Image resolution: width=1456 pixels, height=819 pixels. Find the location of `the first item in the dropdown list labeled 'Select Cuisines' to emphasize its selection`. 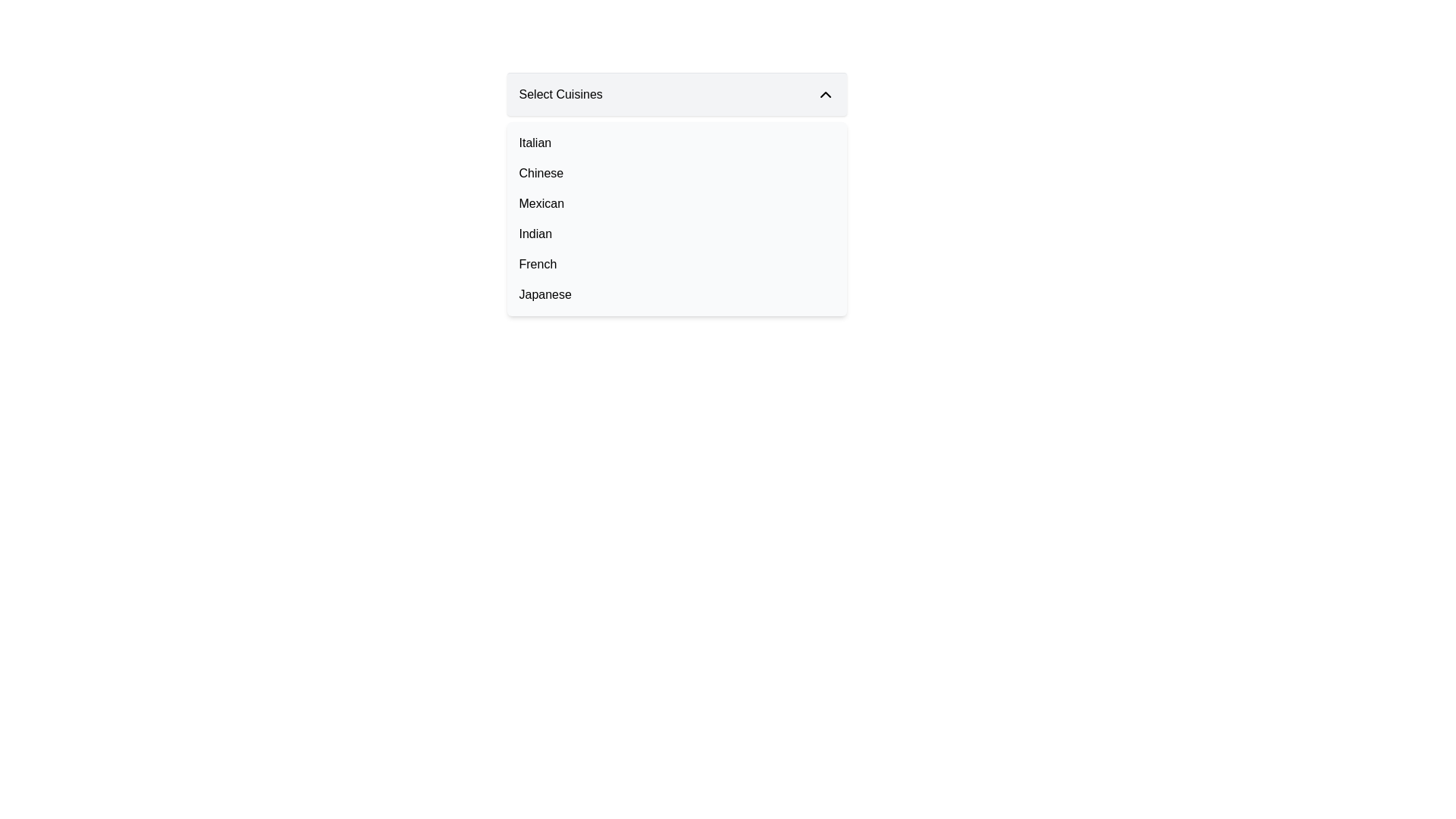

the first item in the dropdown list labeled 'Select Cuisines' to emphasize its selection is located at coordinates (676, 143).